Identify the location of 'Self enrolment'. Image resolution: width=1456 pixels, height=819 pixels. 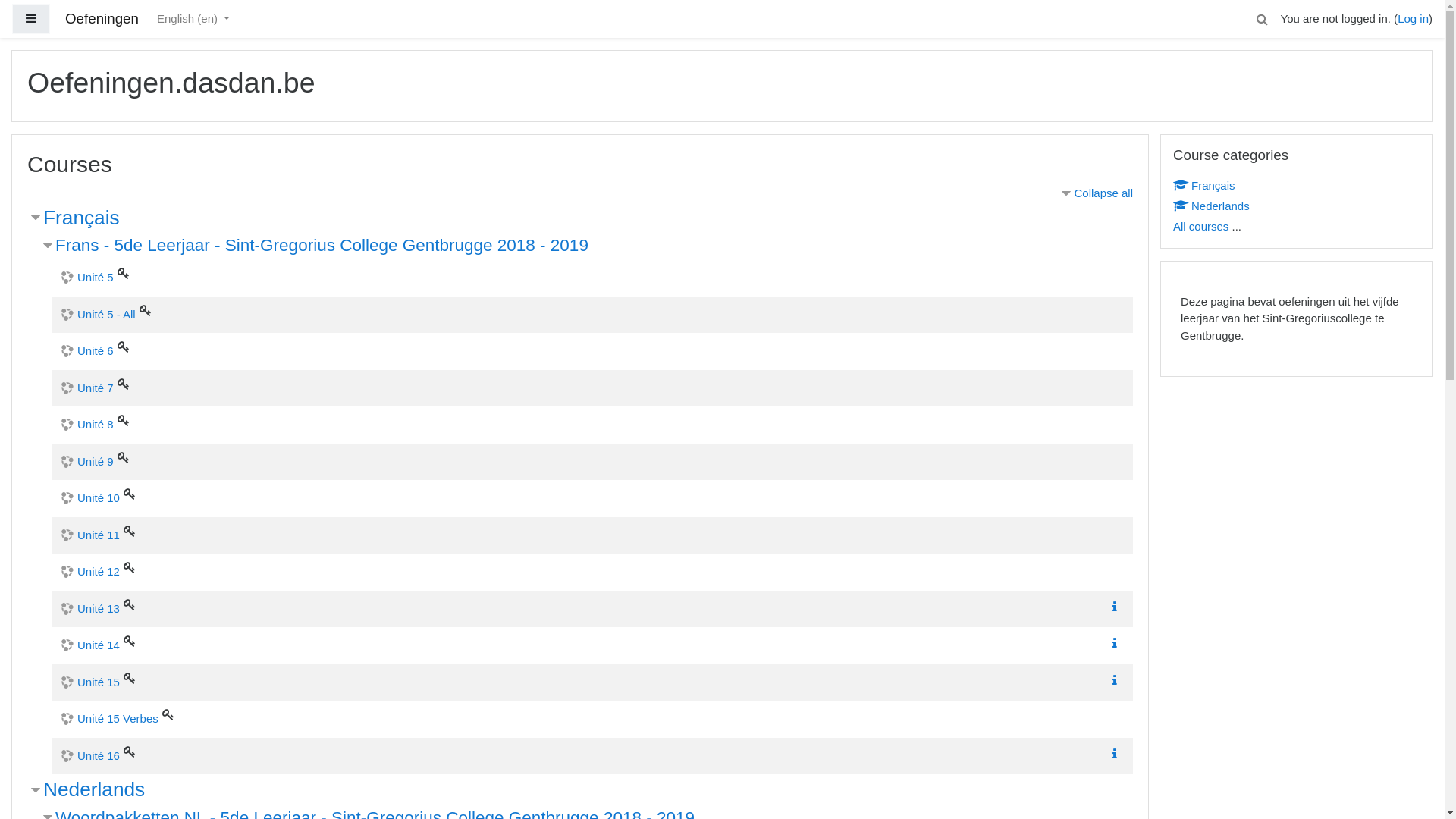
(130, 494).